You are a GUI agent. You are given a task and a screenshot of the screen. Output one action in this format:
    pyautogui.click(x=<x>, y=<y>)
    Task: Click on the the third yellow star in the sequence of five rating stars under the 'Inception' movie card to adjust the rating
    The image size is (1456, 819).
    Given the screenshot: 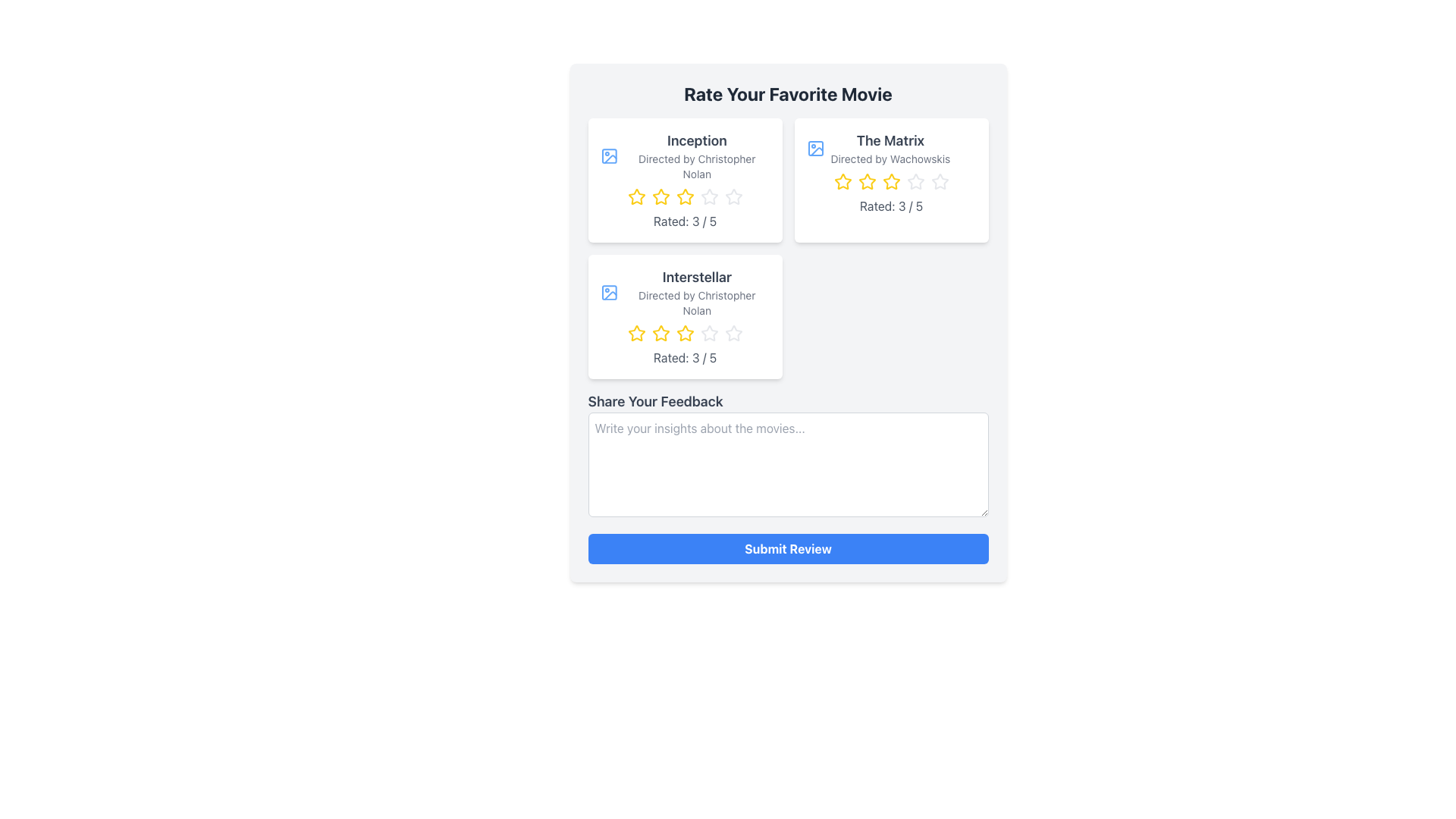 What is the action you would take?
    pyautogui.click(x=684, y=196)
    